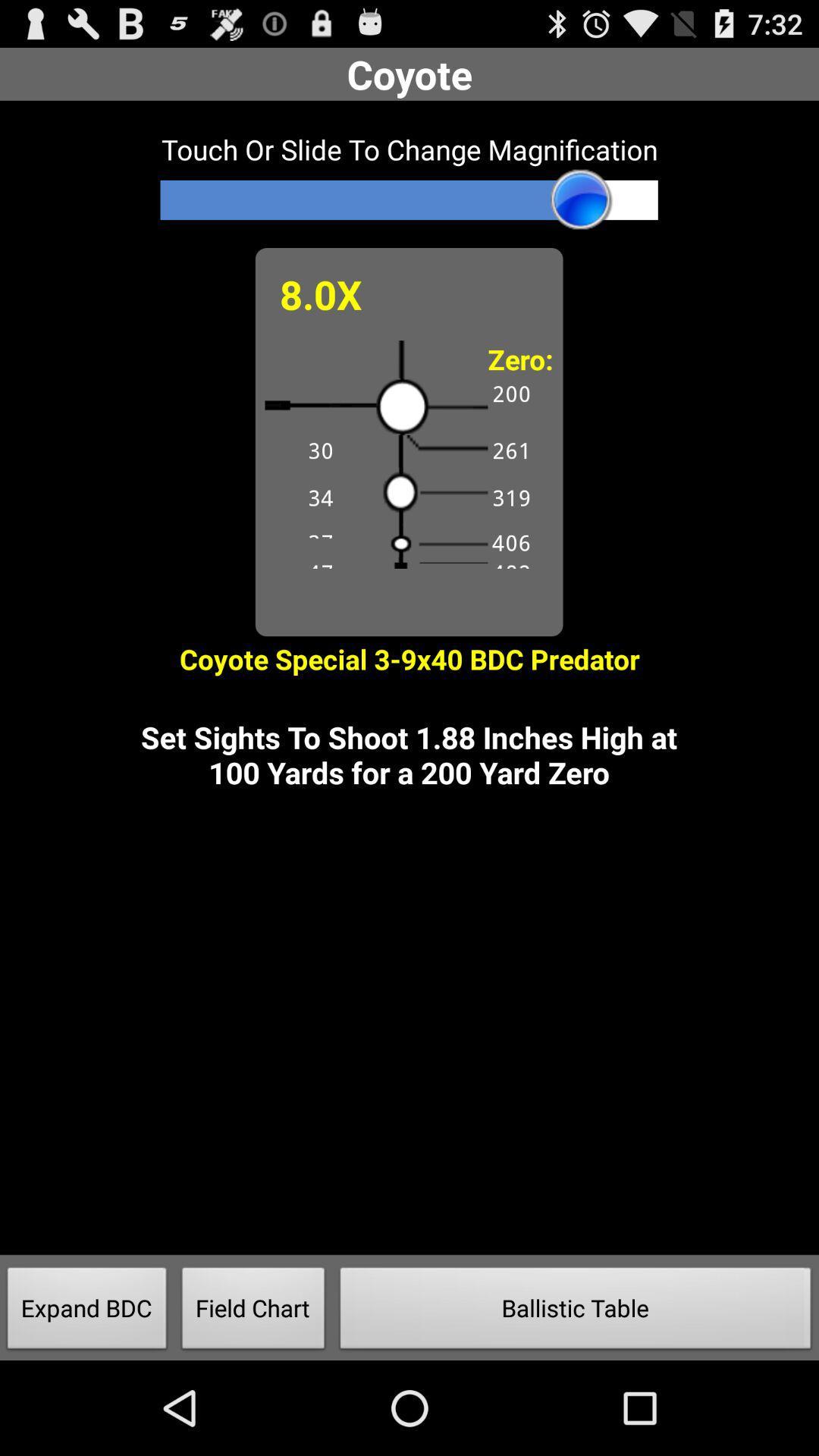  I want to click on the item next to the field chart icon, so click(576, 1312).